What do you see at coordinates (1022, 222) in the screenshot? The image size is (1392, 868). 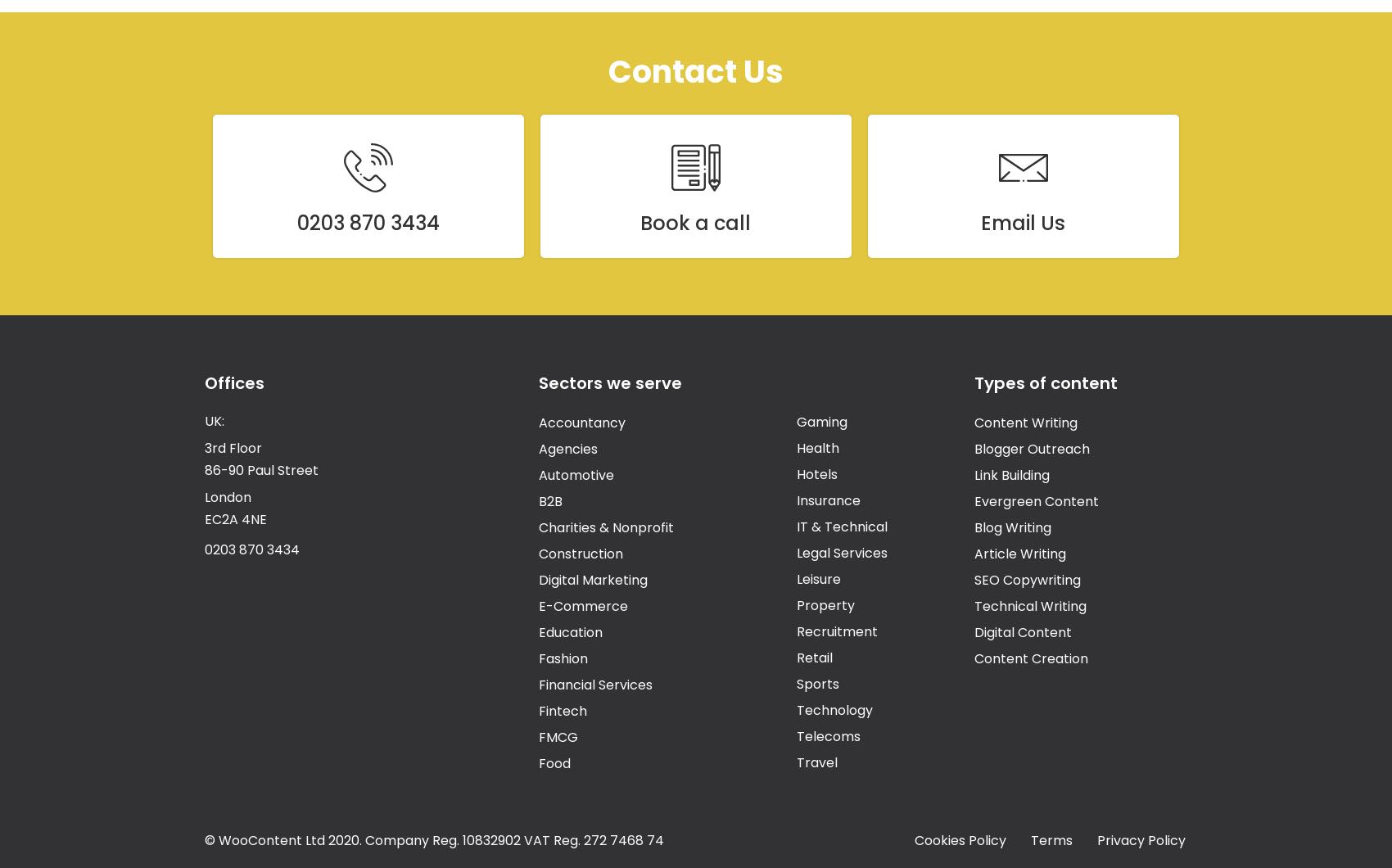 I see `'Email Us'` at bounding box center [1022, 222].